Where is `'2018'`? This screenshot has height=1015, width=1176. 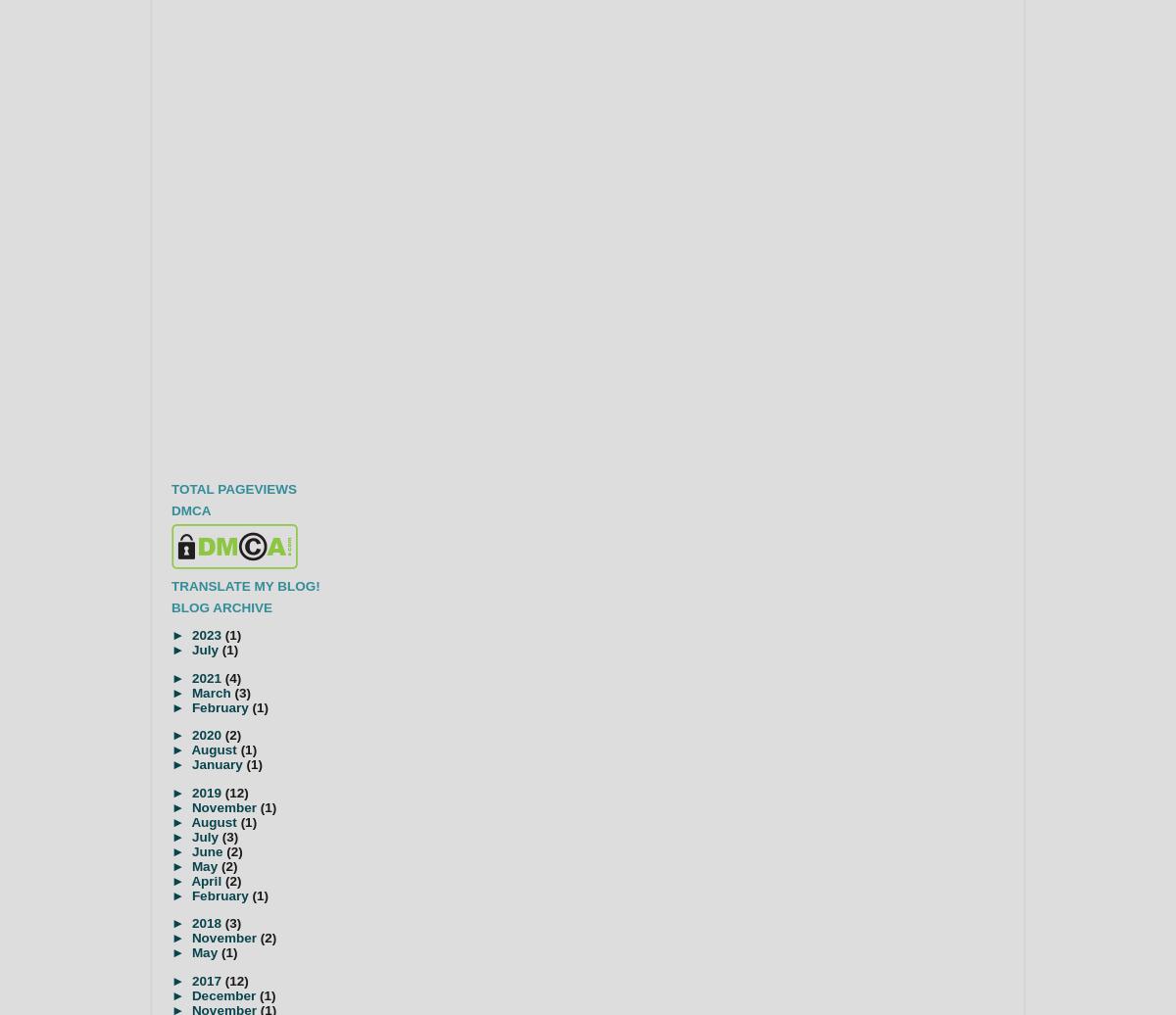 '2018' is located at coordinates (207, 923).